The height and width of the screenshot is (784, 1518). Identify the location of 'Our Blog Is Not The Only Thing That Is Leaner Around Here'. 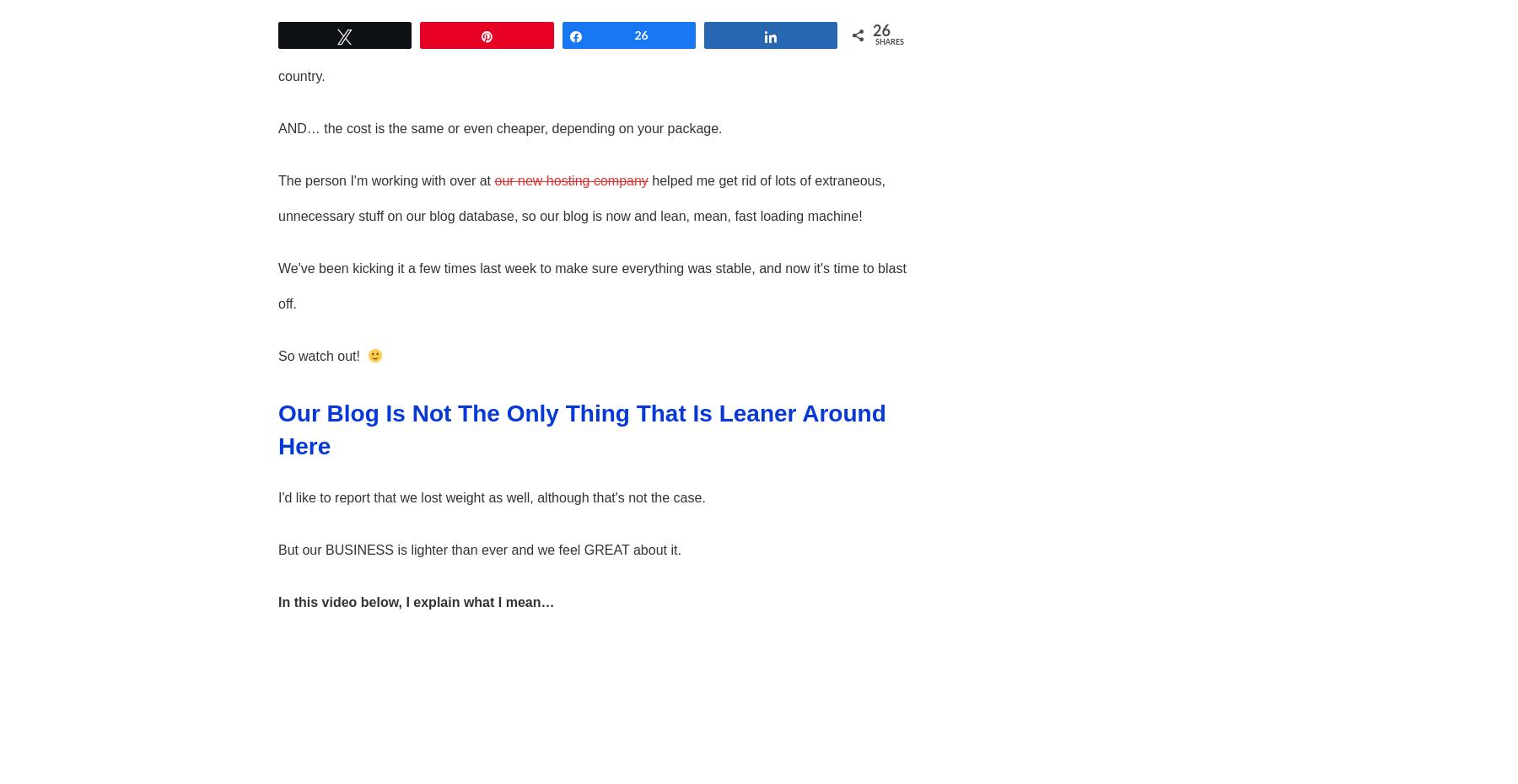
(580, 429).